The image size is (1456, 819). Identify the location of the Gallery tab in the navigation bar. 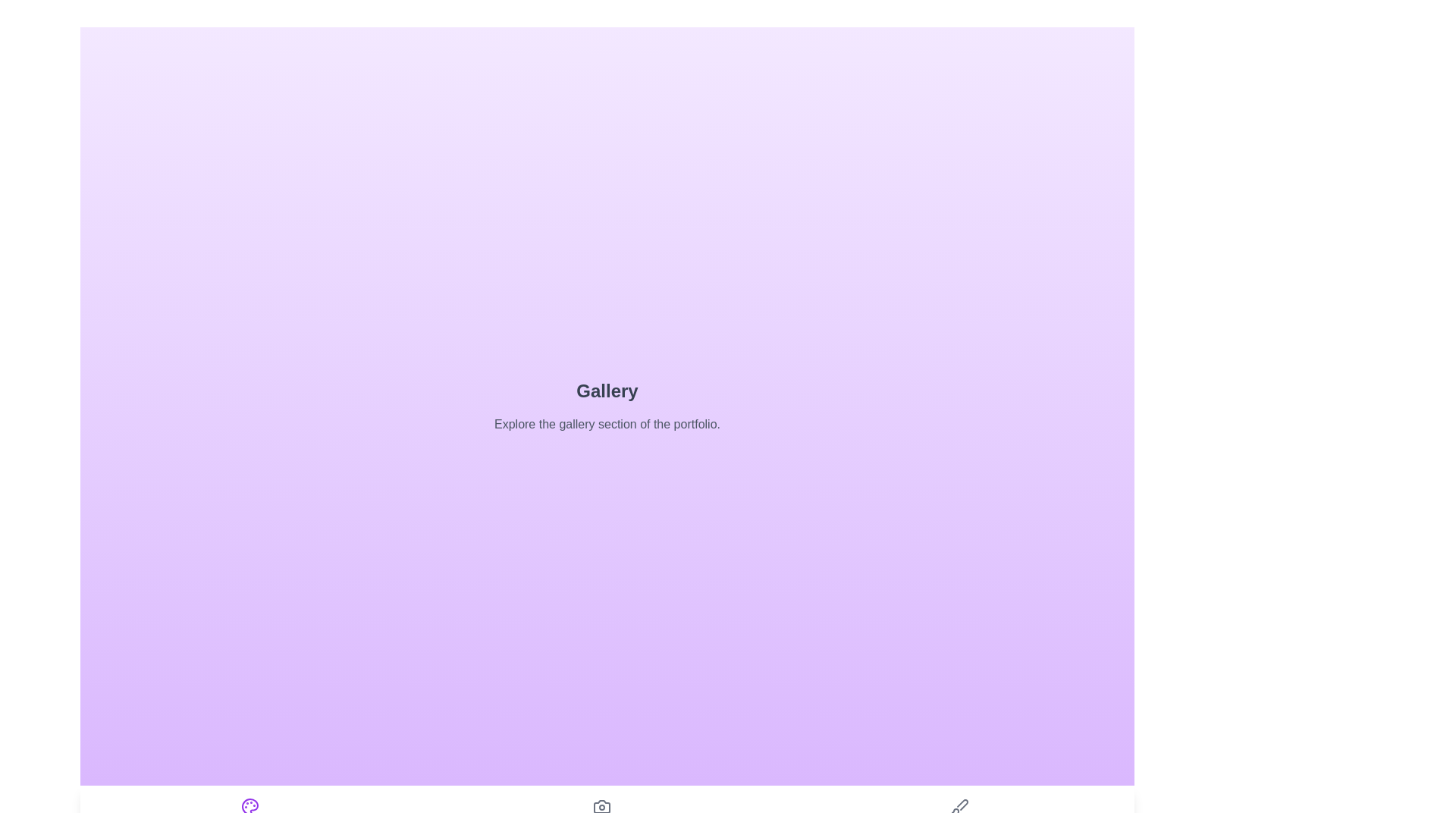
(249, 815).